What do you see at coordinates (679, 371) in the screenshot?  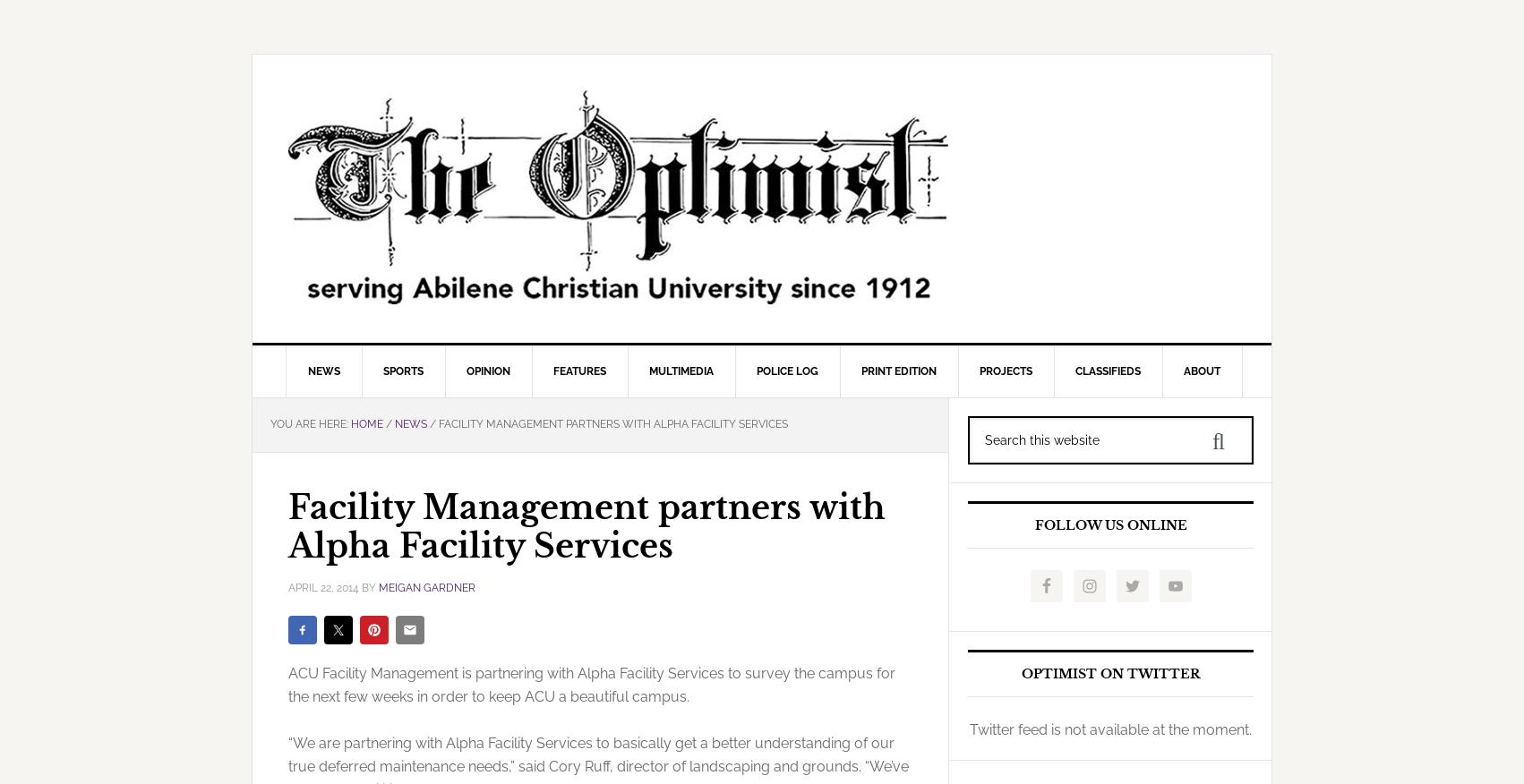 I see `'Multimedia'` at bounding box center [679, 371].